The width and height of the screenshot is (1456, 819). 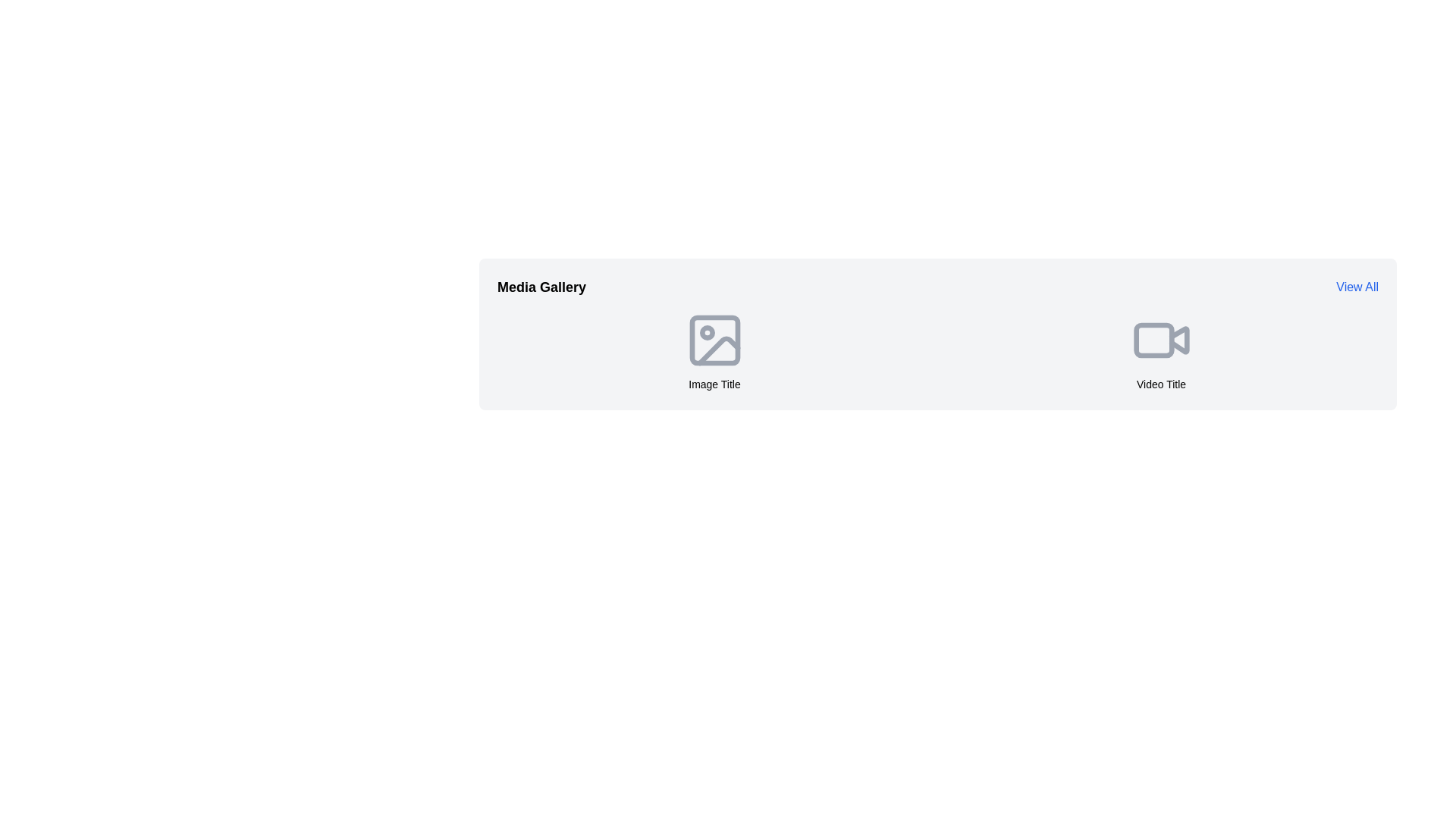 I want to click on the bold text label 'Media Gallery' located in the header row, positioned to the left of the 'View All' link, so click(x=541, y=287).